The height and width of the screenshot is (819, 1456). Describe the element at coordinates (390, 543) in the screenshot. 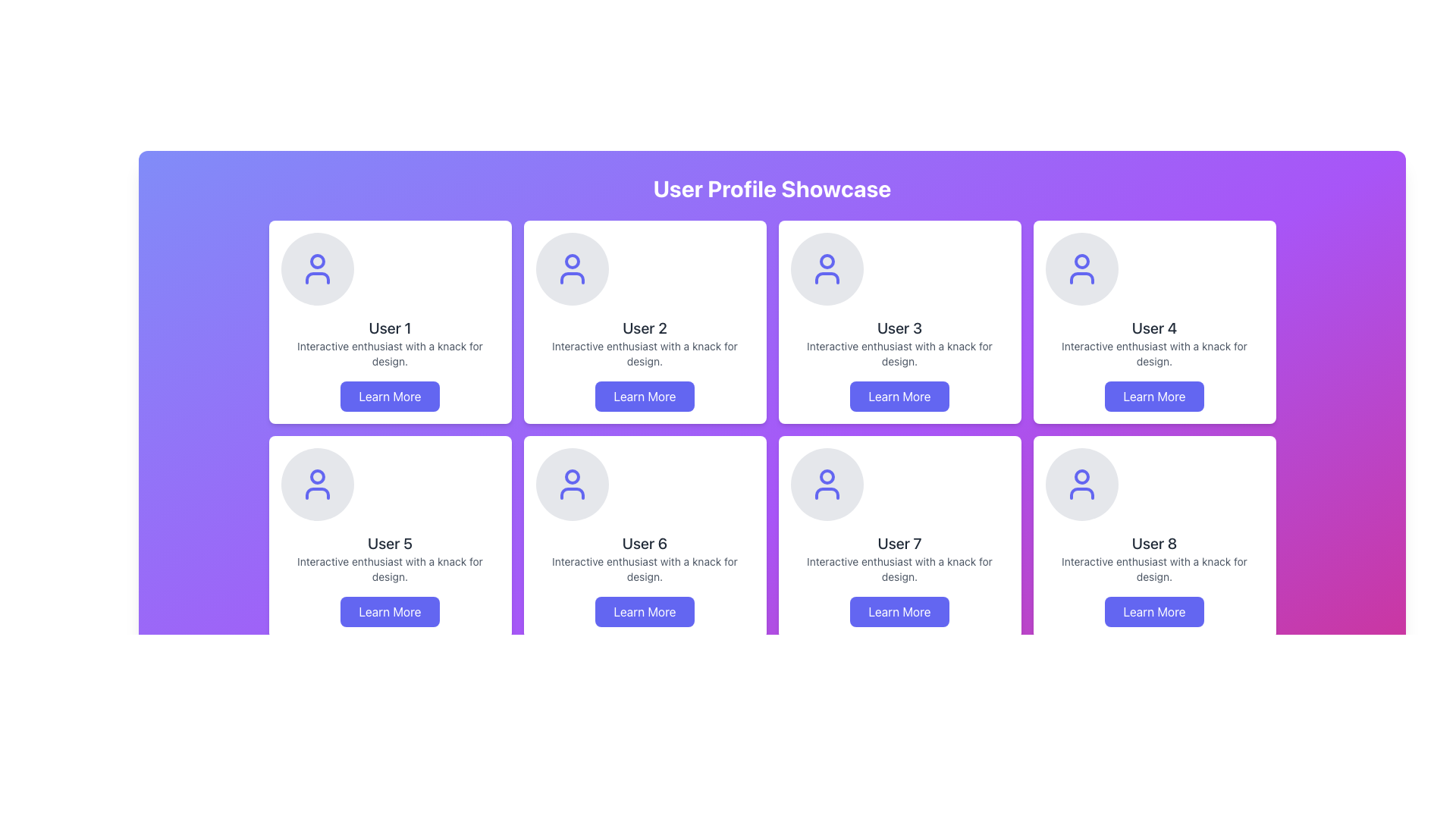

I see `the text label displaying 'User 5', which is styled in bold and located in the second row and first column of a user profile card` at that location.